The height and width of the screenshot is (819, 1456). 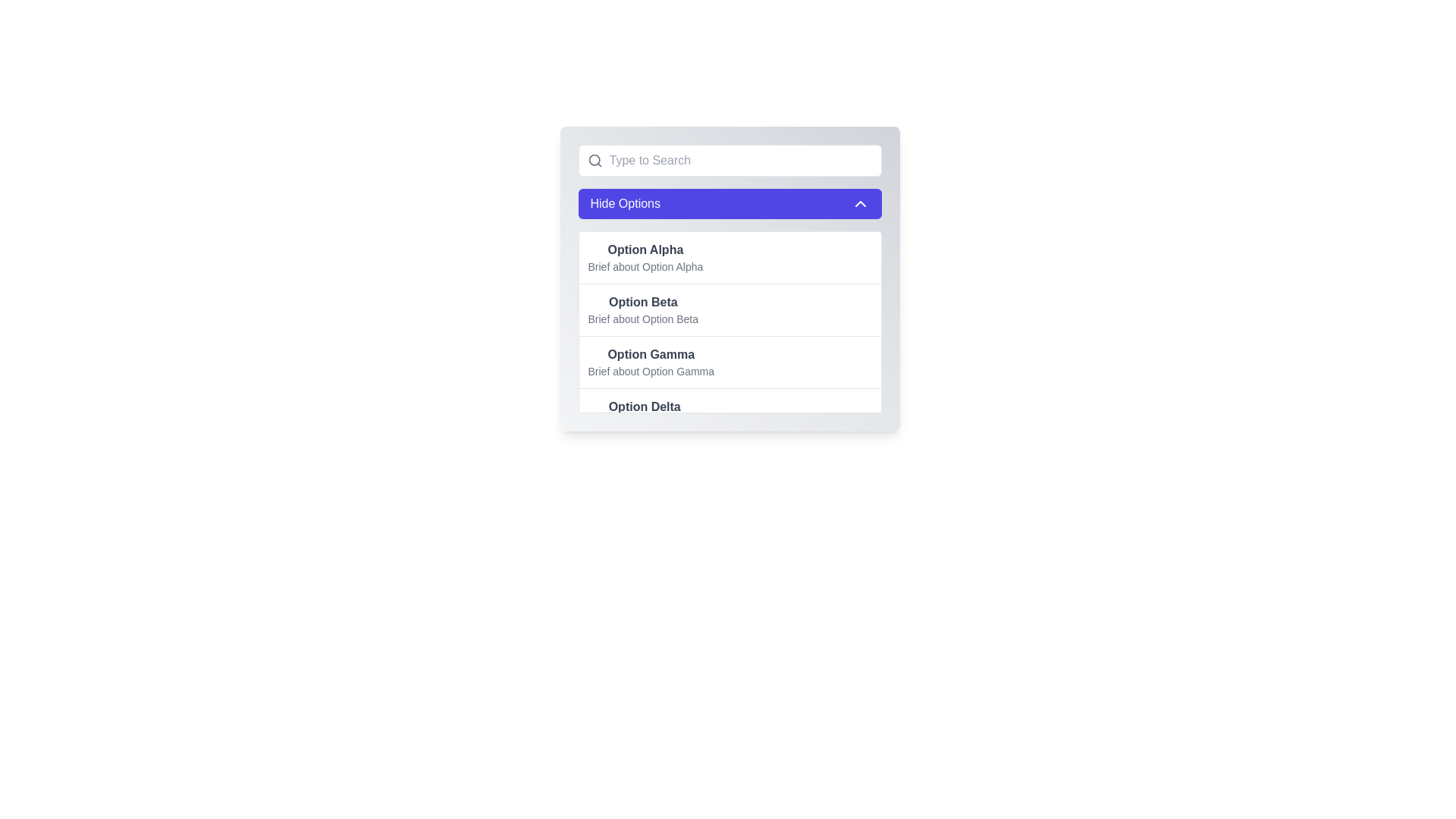 What do you see at coordinates (643, 309) in the screenshot?
I see `the List item that contains the bold text 'Option Beta' and the smaller text 'Brief about Option Beta', which is located between 'Option Alpha' and 'Option Gamma'` at bounding box center [643, 309].